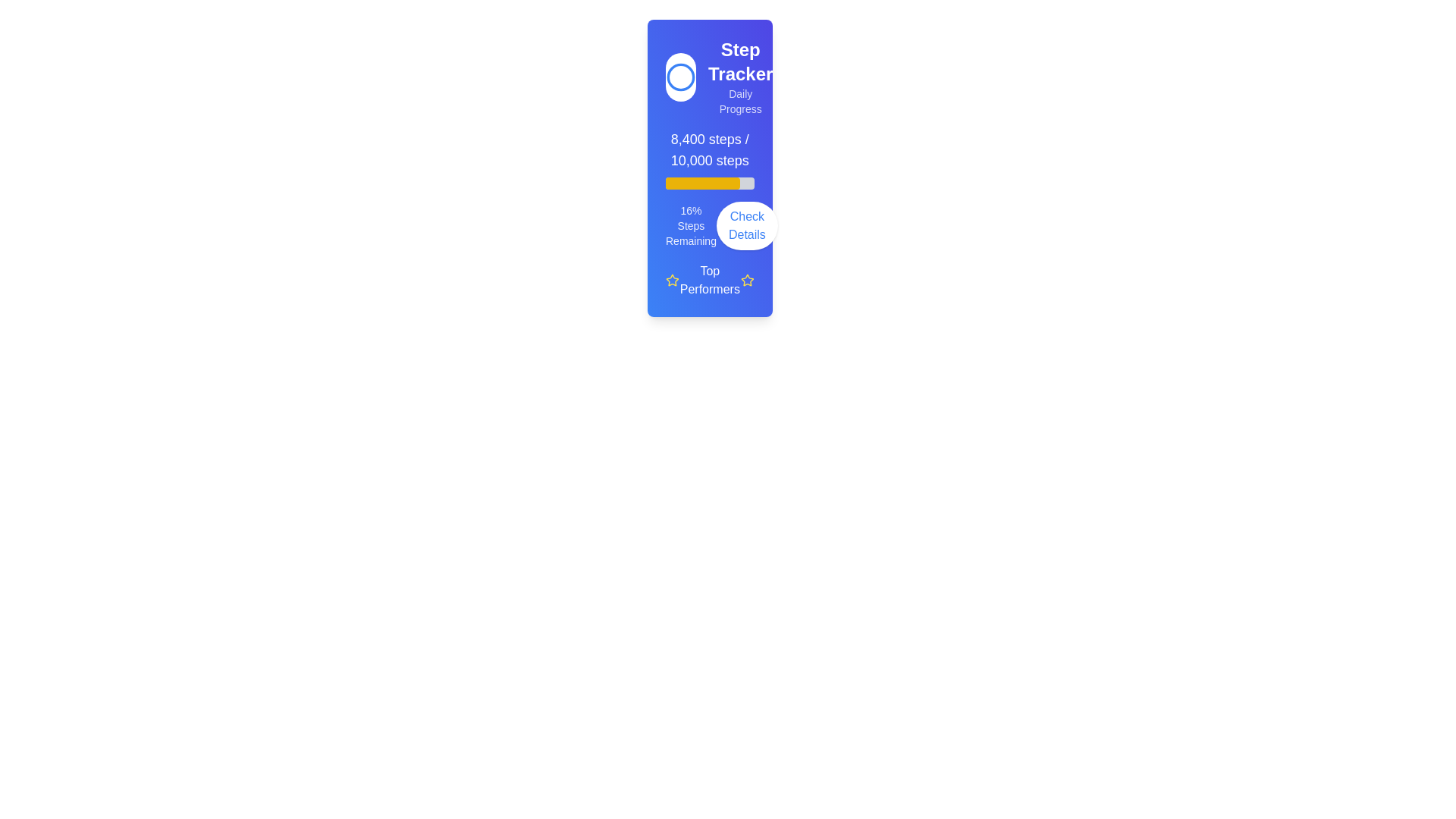 This screenshot has height=819, width=1456. Describe the element at coordinates (690, 225) in the screenshot. I see `the progress indicator text label that conveys the percentage of steps remaining towards a goal` at that location.